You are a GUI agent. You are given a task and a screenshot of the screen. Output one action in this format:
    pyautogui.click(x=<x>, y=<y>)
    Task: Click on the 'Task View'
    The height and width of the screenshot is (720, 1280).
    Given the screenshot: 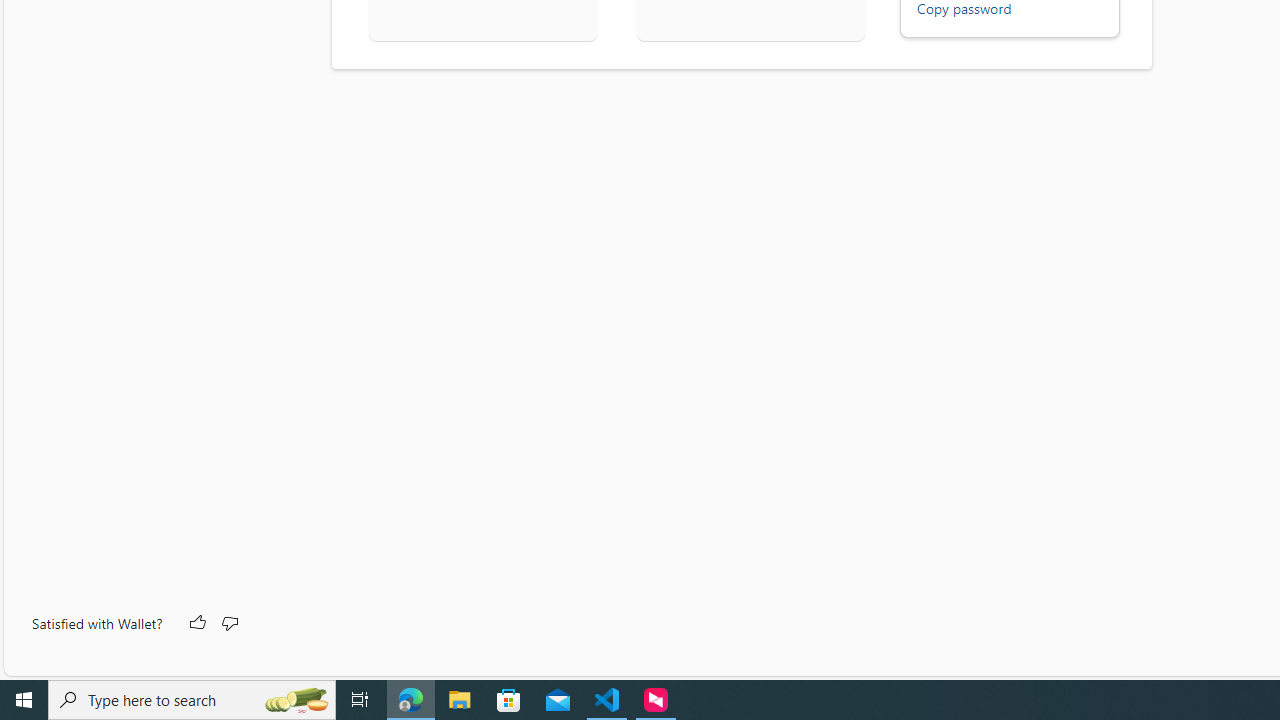 What is the action you would take?
    pyautogui.click(x=359, y=698)
    